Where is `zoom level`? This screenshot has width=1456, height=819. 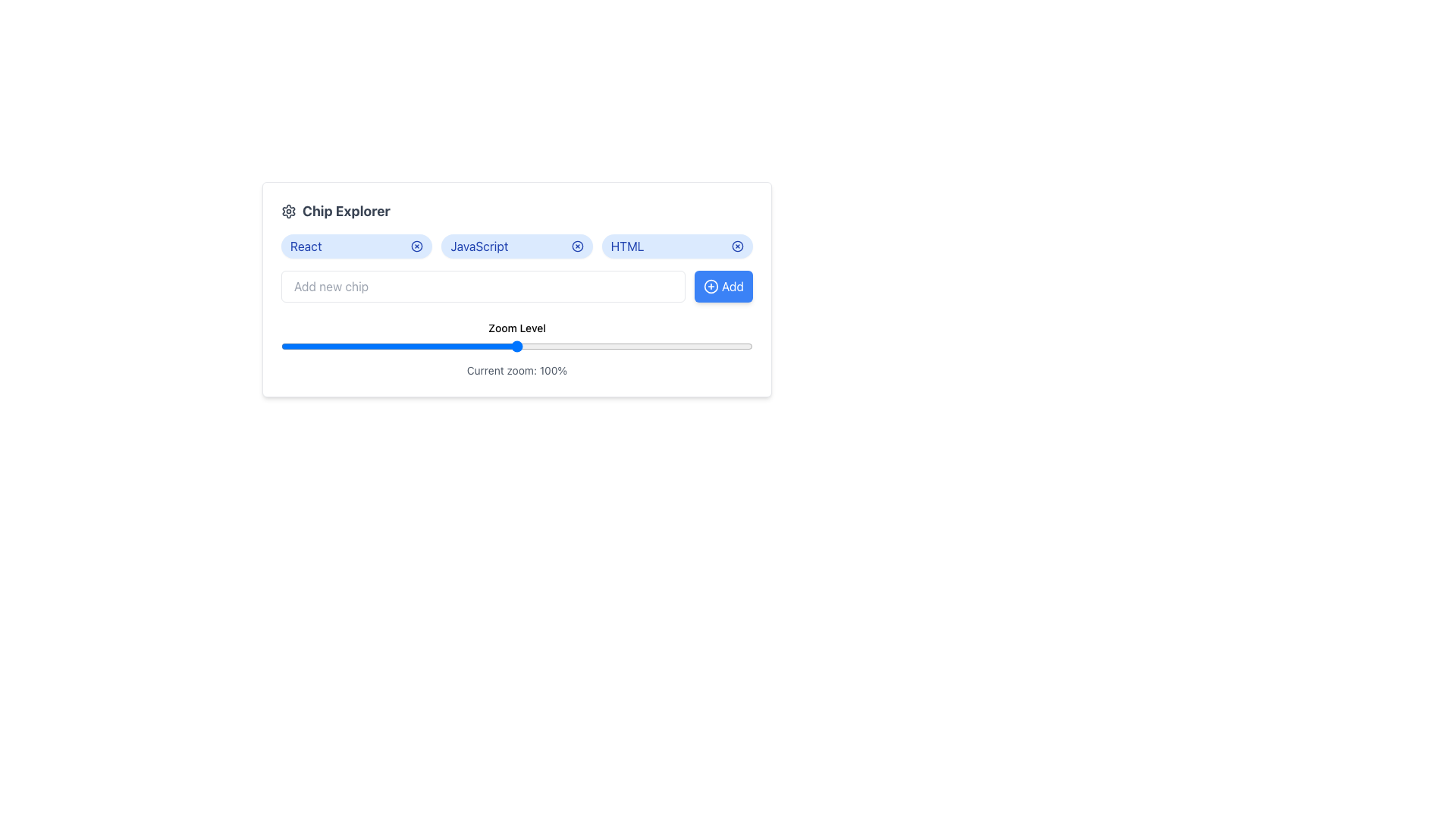 zoom level is located at coordinates (337, 346).